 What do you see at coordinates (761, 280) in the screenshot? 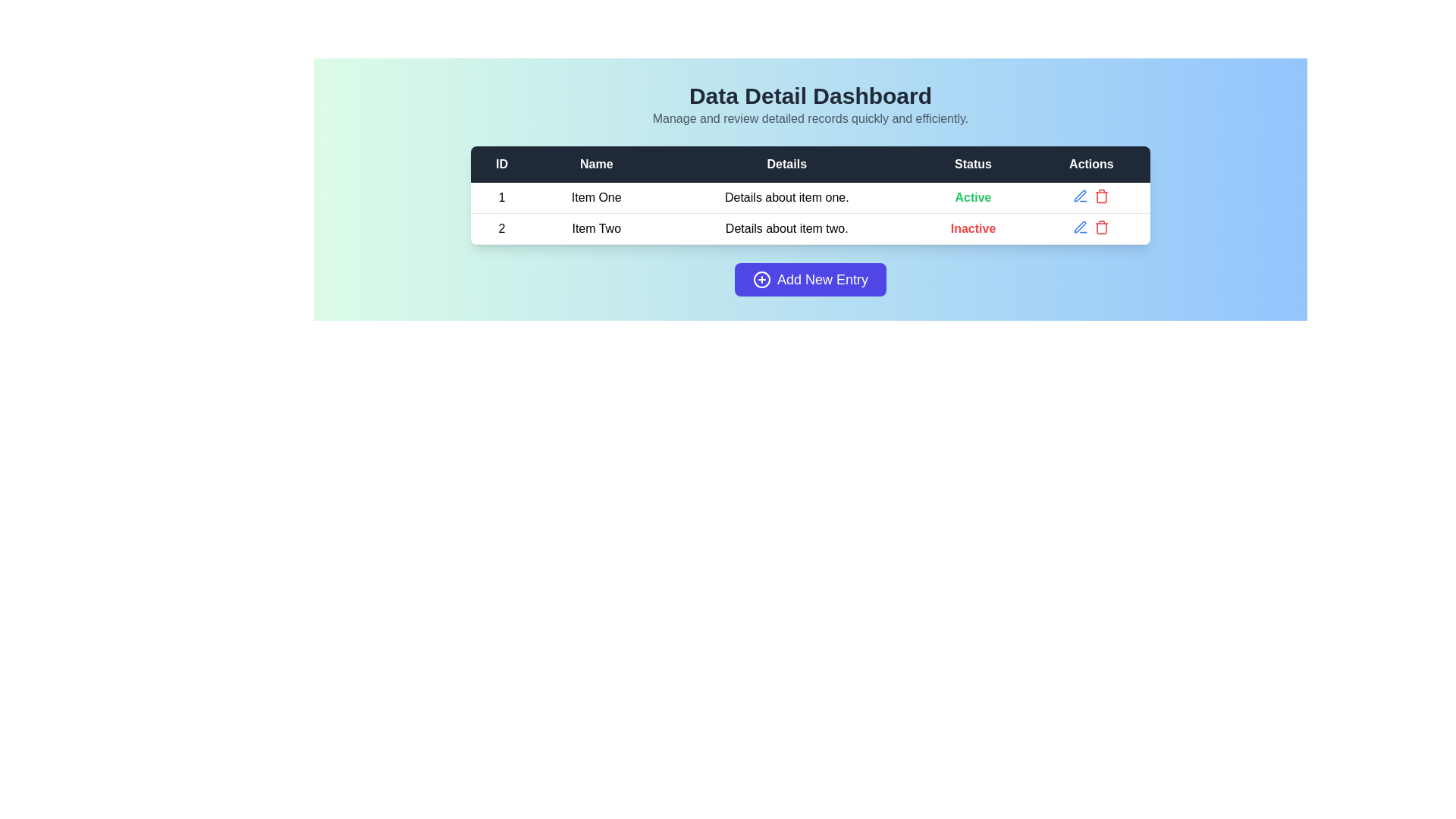
I see `SVG Circle Element that represents the outline of a plus circle icon within the 'Add New Entry' button, located at the bottom portion of the interface below the table` at bounding box center [761, 280].